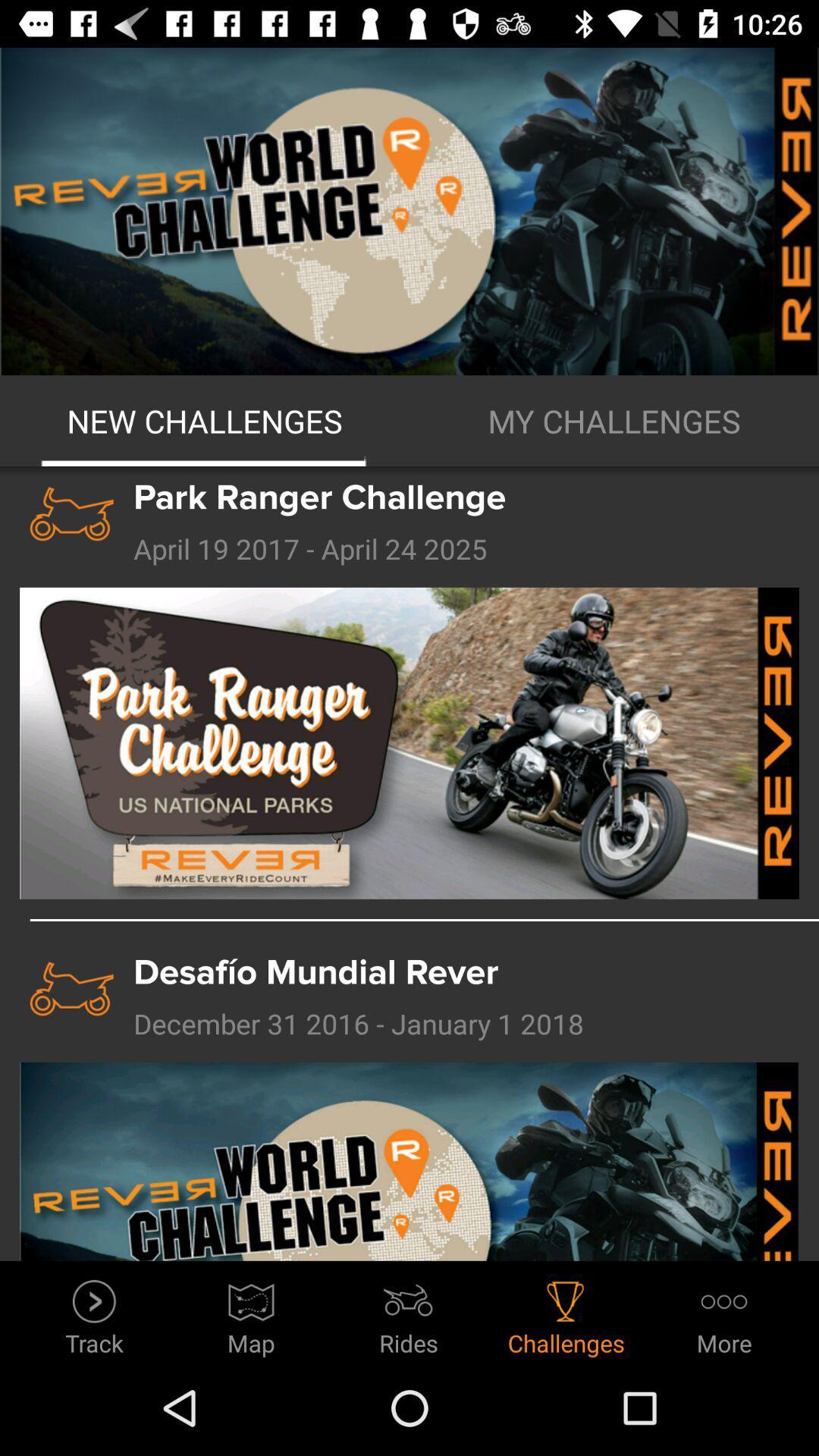 Image resolution: width=819 pixels, height=1456 pixels. Describe the element at coordinates (614, 421) in the screenshot. I see `the my challenges` at that location.